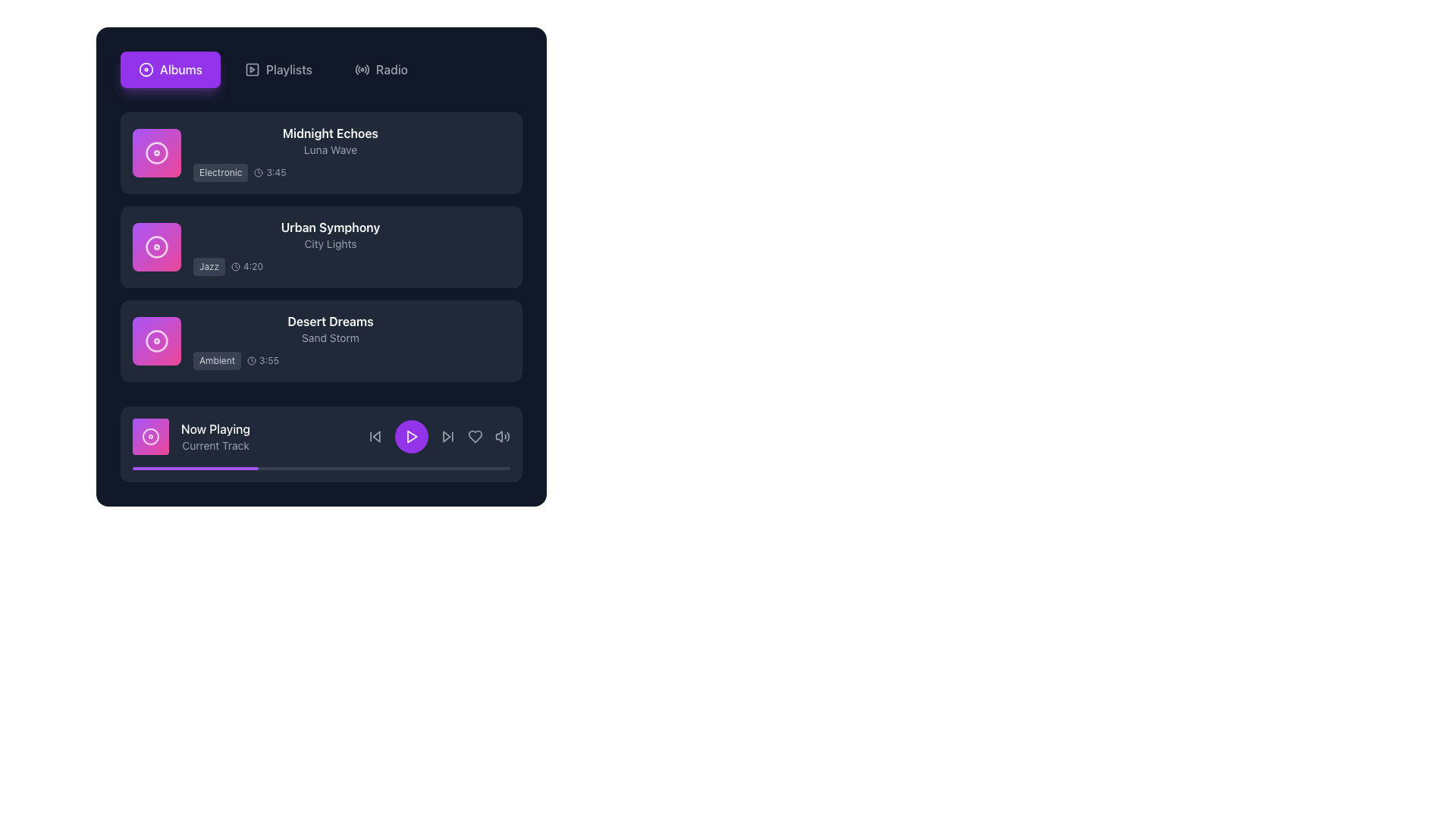 The height and width of the screenshot is (819, 1456). What do you see at coordinates (362, 70) in the screenshot?
I see `the decorative icon indicating the association with broadcasting or radio services in the navigation menu, located between the 'Playlists' button and the 'Radio' text label` at bounding box center [362, 70].